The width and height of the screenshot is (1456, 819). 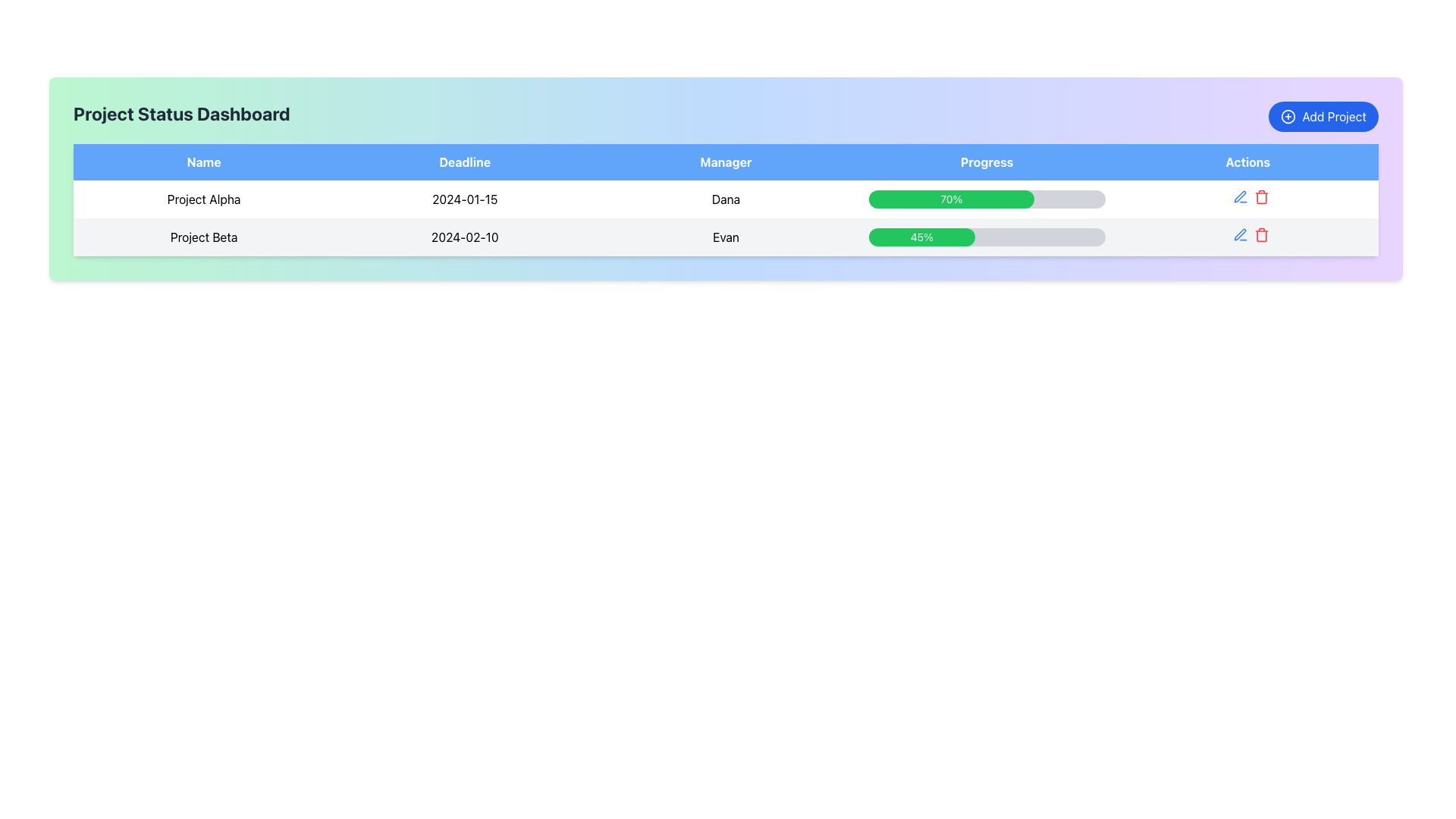 What do you see at coordinates (464, 162) in the screenshot?
I see `the 'Deadline' text label in the table header, which is the second item in a row of headers, located near the top-center of the interface` at bounding box center [464, 162].